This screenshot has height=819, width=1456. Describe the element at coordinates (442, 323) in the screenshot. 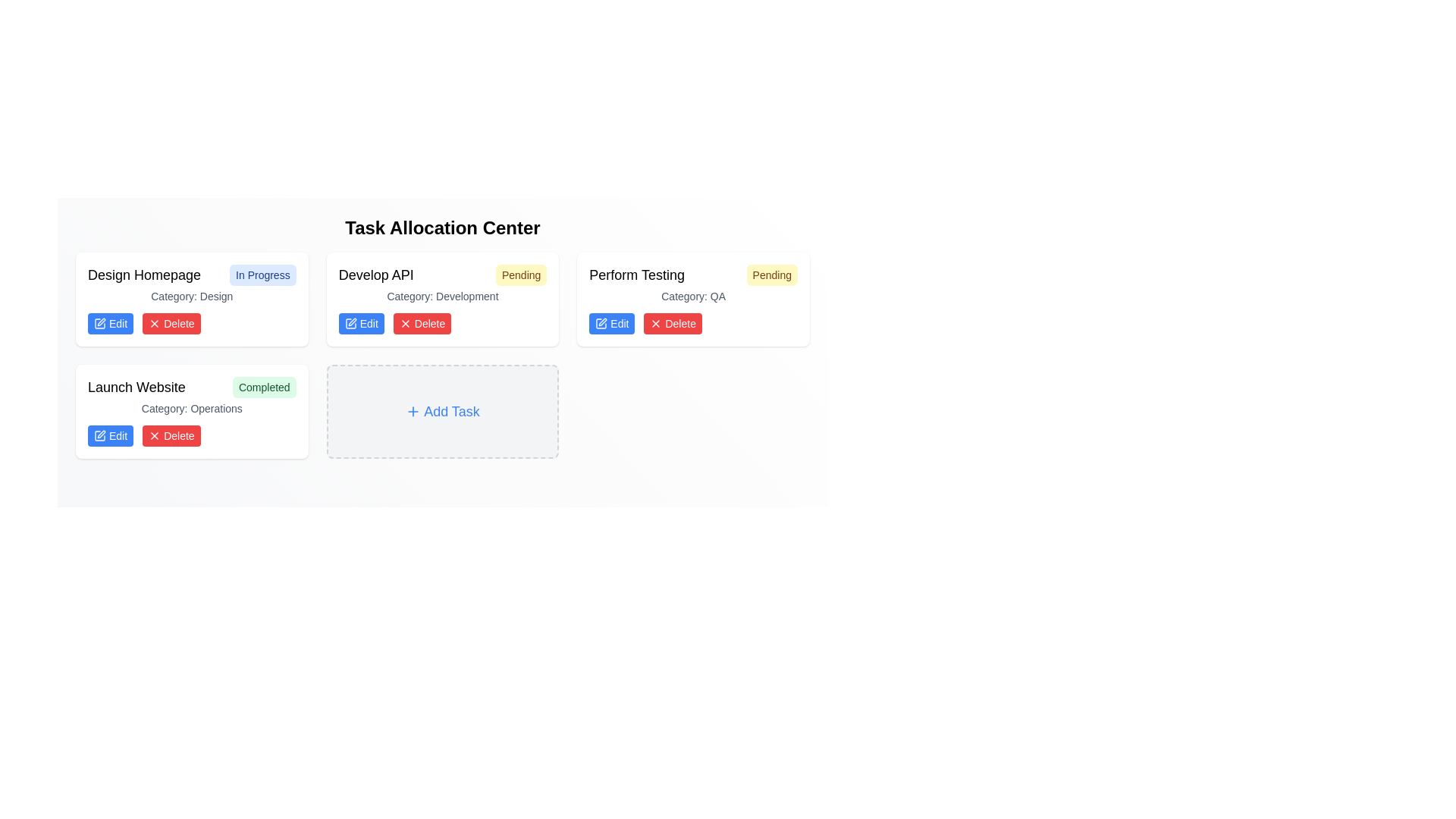

I see `the 'Delete' button in the button group located at the bottom of the third card under the header 'Develop API'` at that location.